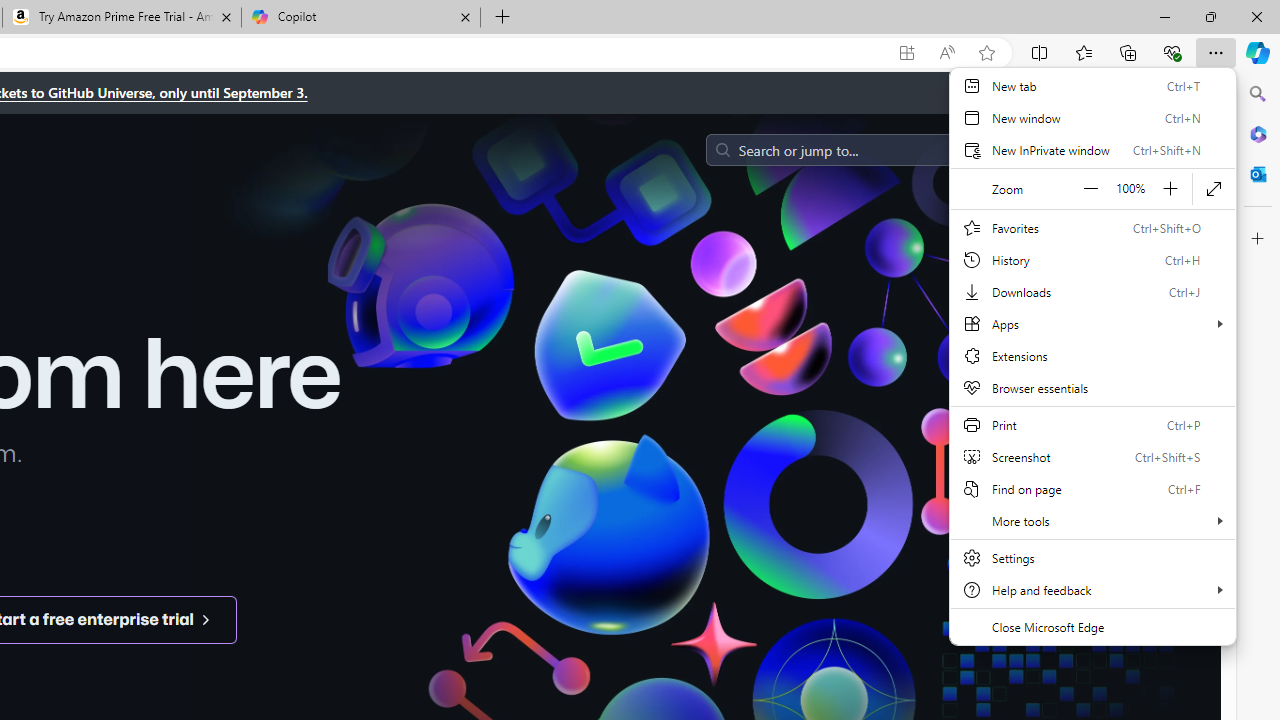 This screenshot has height=720, width=1280. Describe the element at coordinates (205, 618) in the screenshot. I see `'Class: octicon arrow-symbol-mktg'` at that location.